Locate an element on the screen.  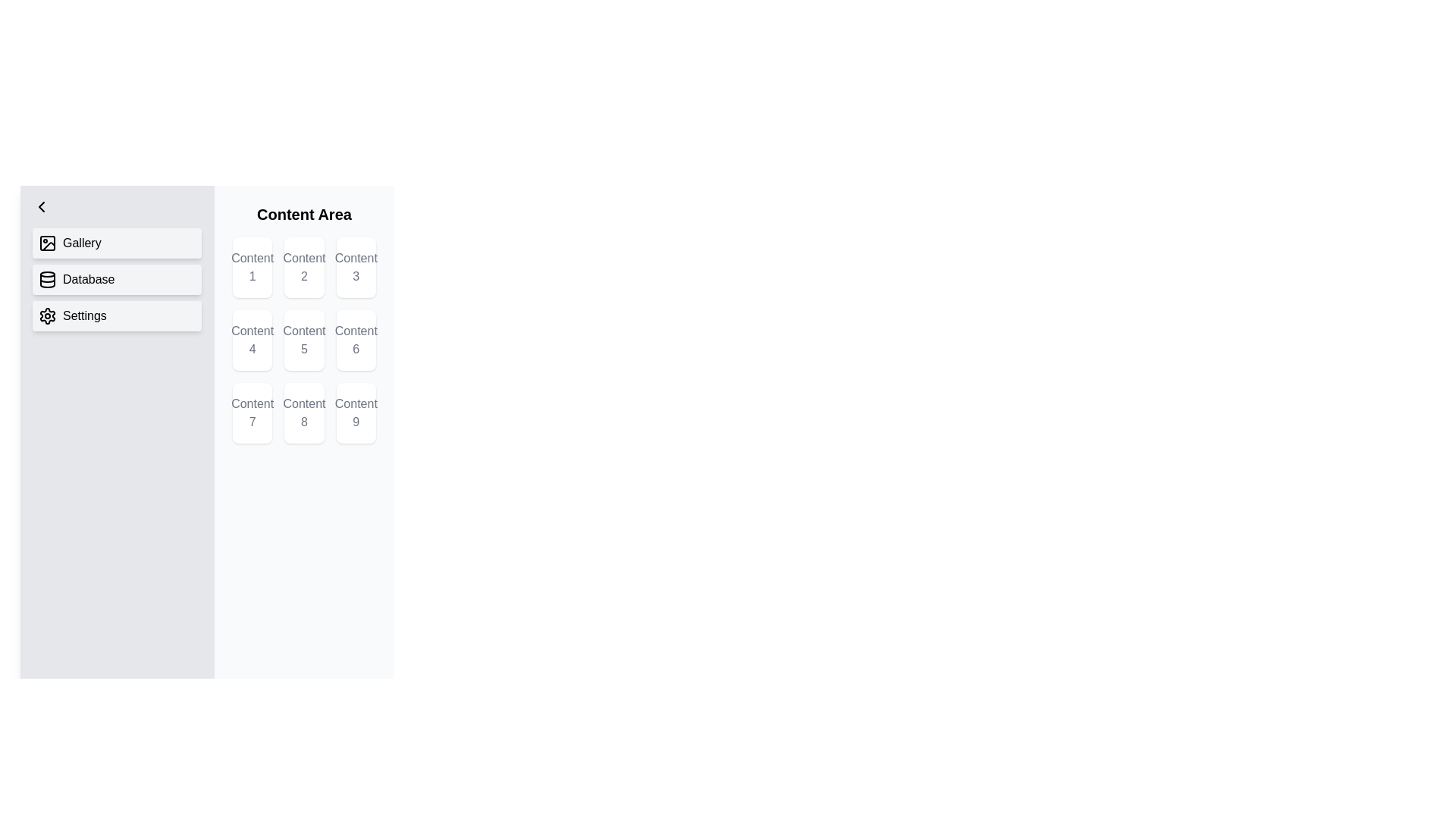
the database icon that visually represents the 'Database' menu item, enhancing user recognition and navigation is located at coordinates (47, 280).